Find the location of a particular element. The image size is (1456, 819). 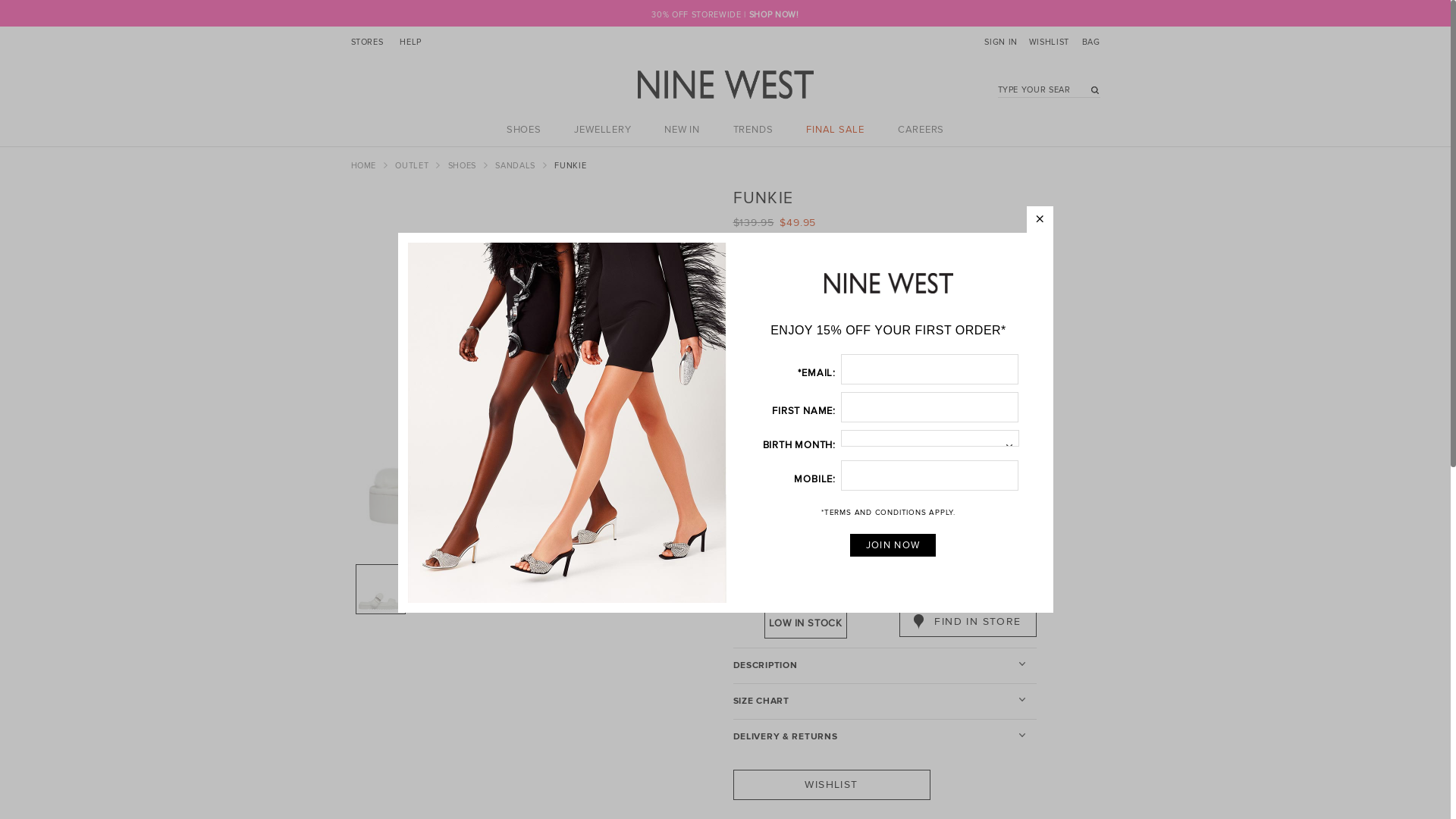

'SIGN IN' is located at coordinates (984, 42).